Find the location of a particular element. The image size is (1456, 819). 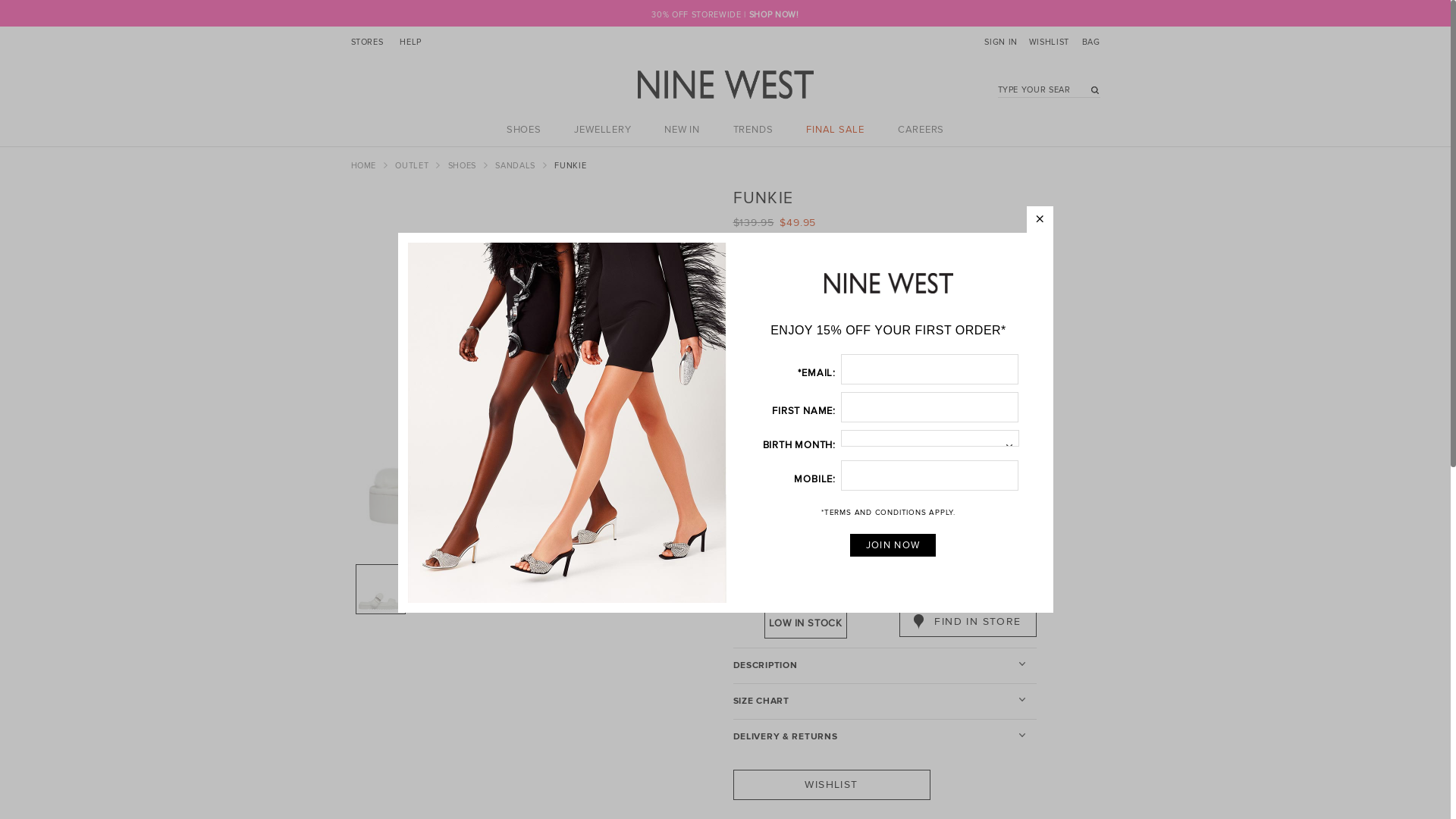

'SIGN IN' is located at coordinates (984, 42).